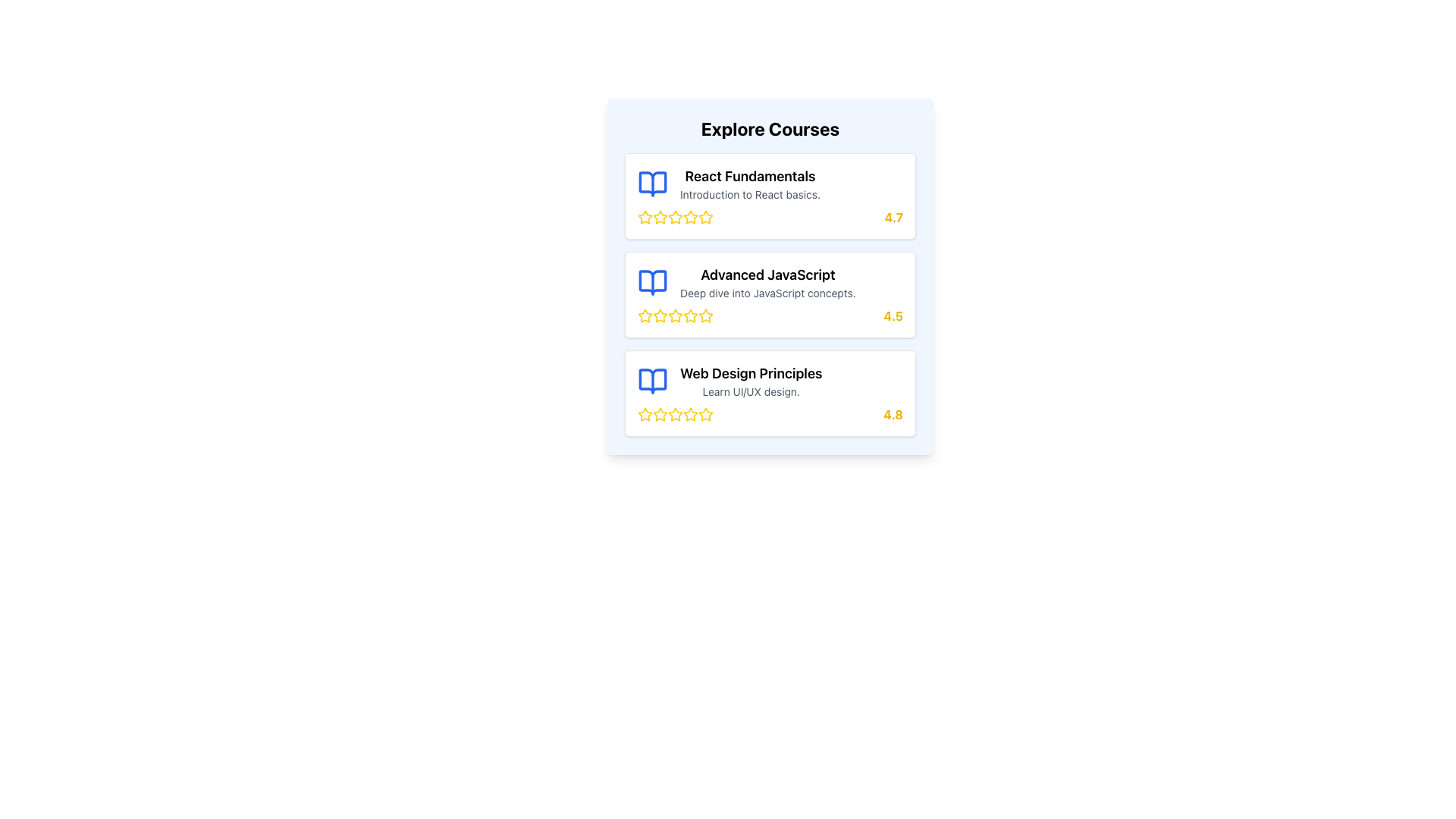  What do you see at coordinates (750, 194) in the screenshot?
I see `the text label displaying 'Introduction to React basics.', which is styled in a small font size and gray color, located directly below the headline 'React Fundamentals' in the course listing card` at bounding box center [750, 194].